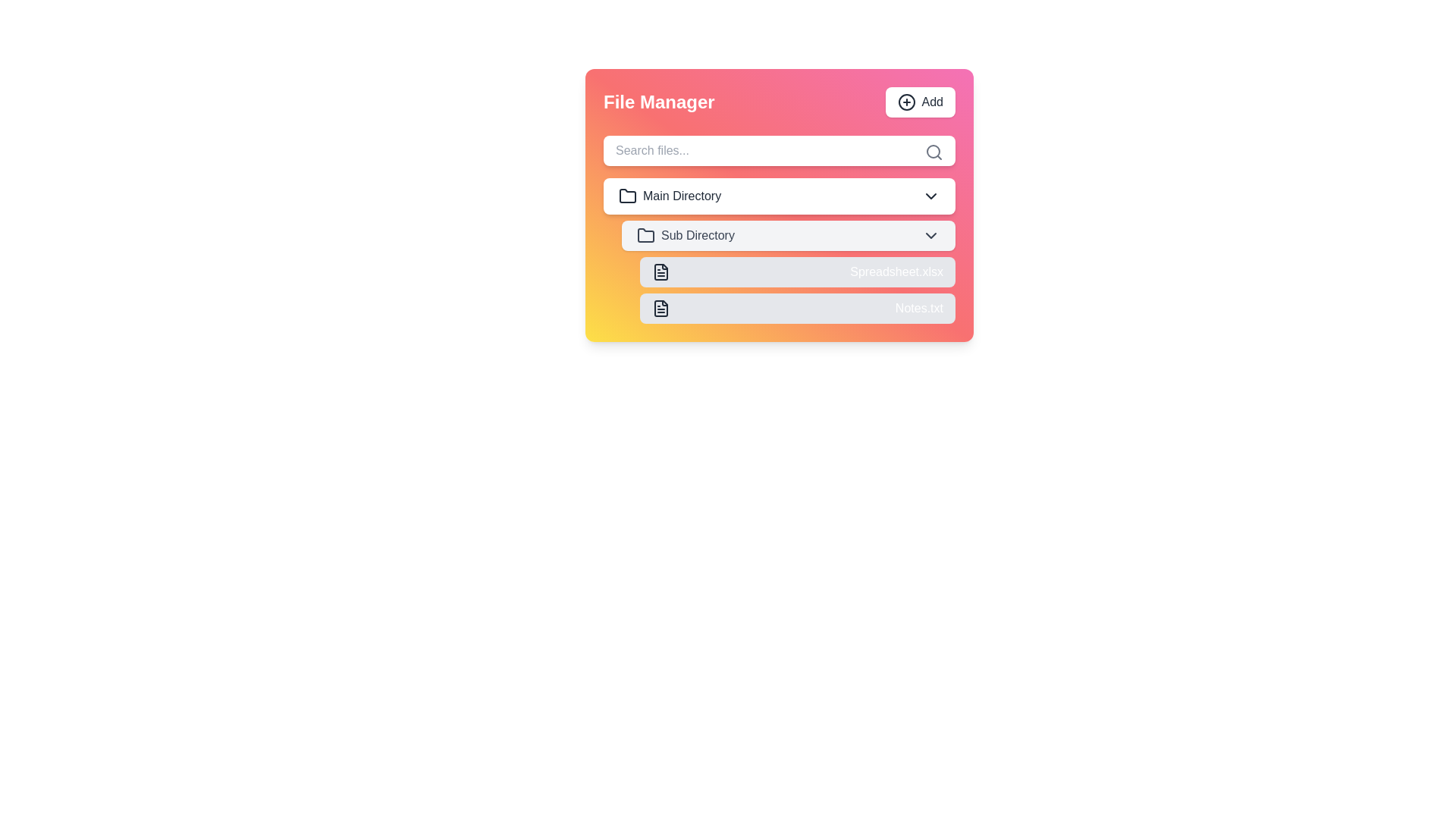 The image size is (1456, 819). Describe the element at coordinates (796, 271) in the screenshot. I see `the highlighted file list item labeled 'Spreadsheet.xlsx'` at that location.